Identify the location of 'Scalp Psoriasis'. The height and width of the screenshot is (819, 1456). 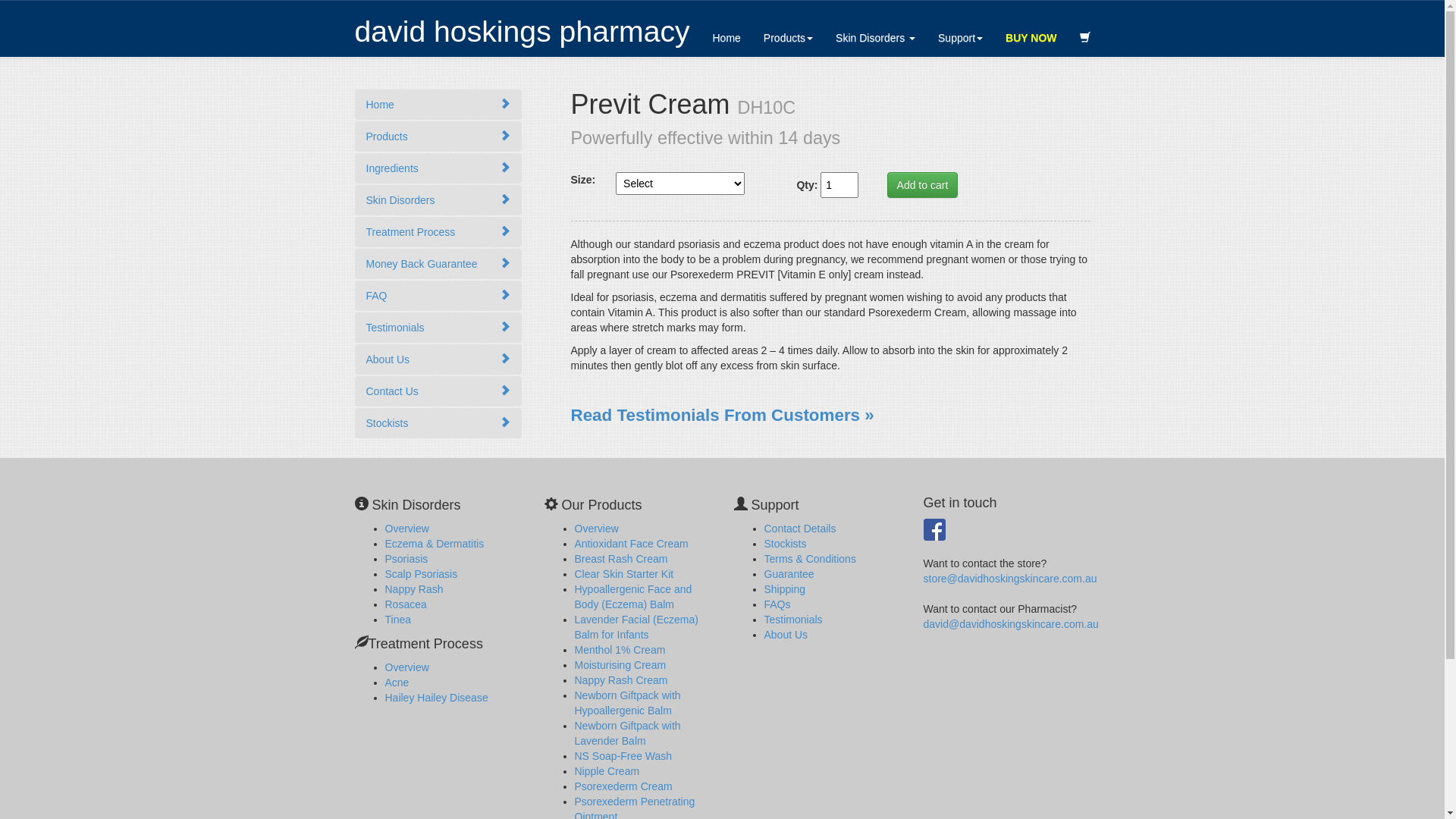
(422, 573).